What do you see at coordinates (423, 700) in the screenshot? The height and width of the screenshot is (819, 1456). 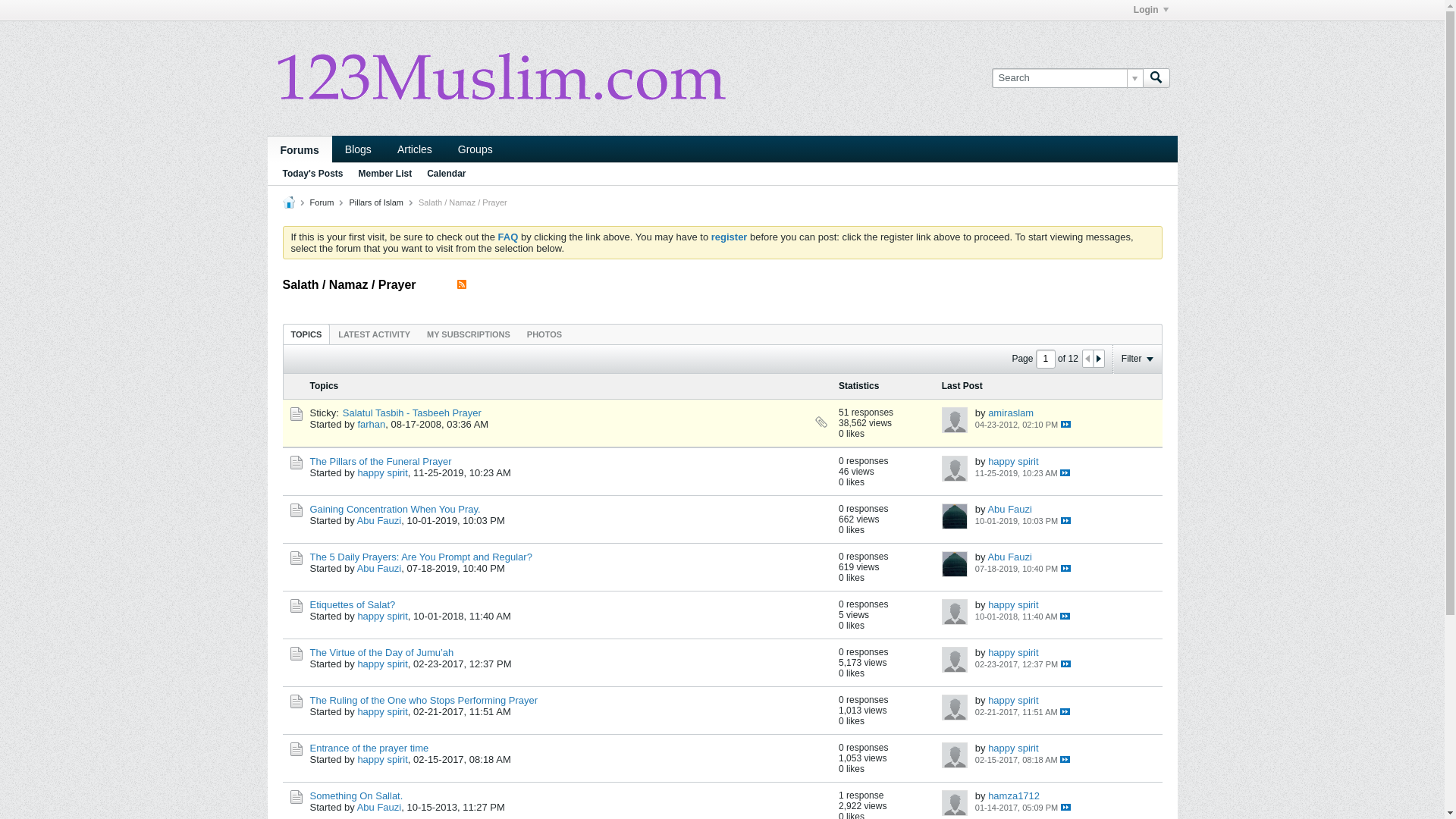 I see `'The Ruling of the One who Stops Performing Prayer'` at bounding box center [423, 700].